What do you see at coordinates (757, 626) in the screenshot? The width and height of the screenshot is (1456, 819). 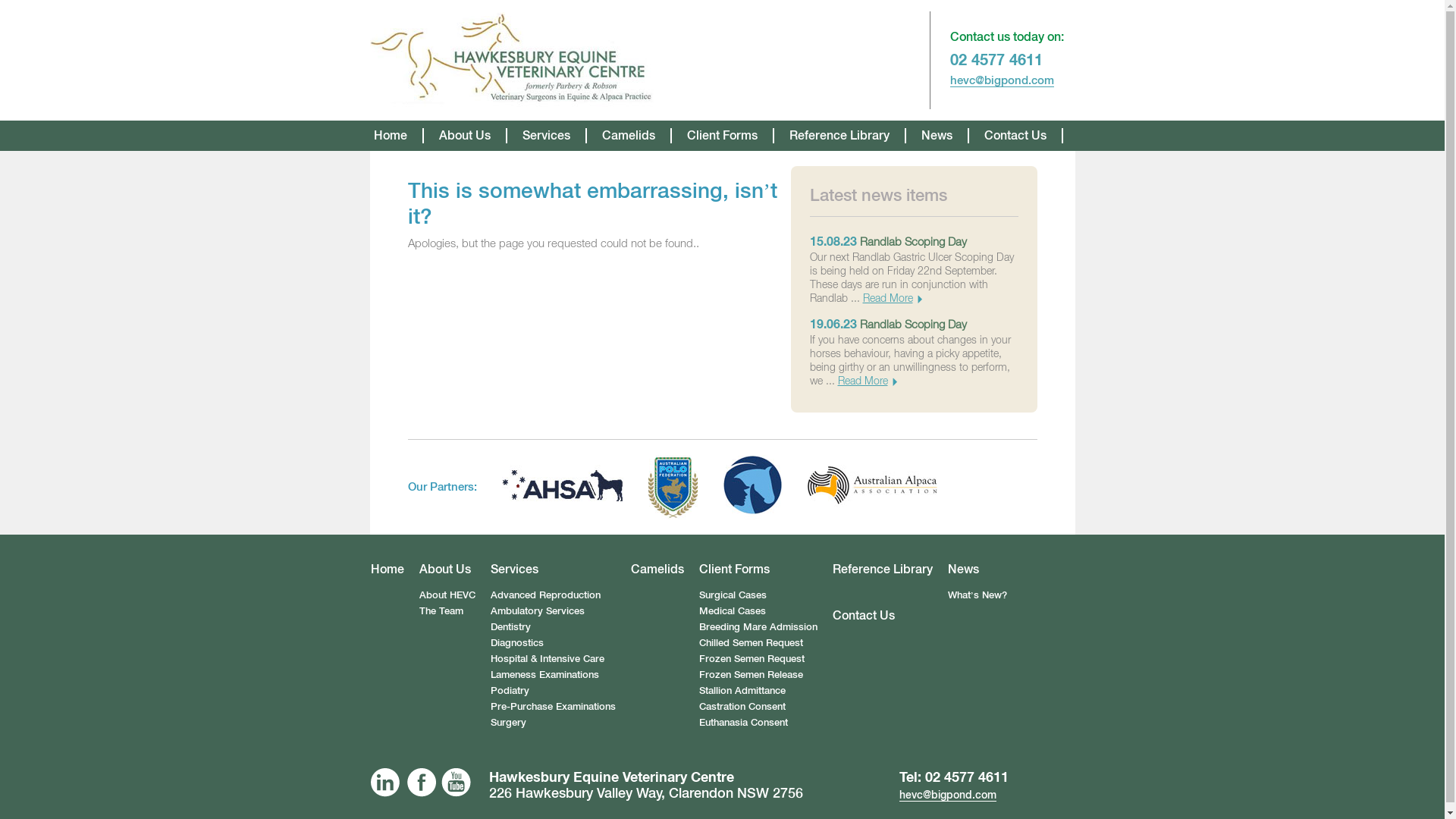 I see `'Breeding Mare Admission'` at bounding box center [757, 626].